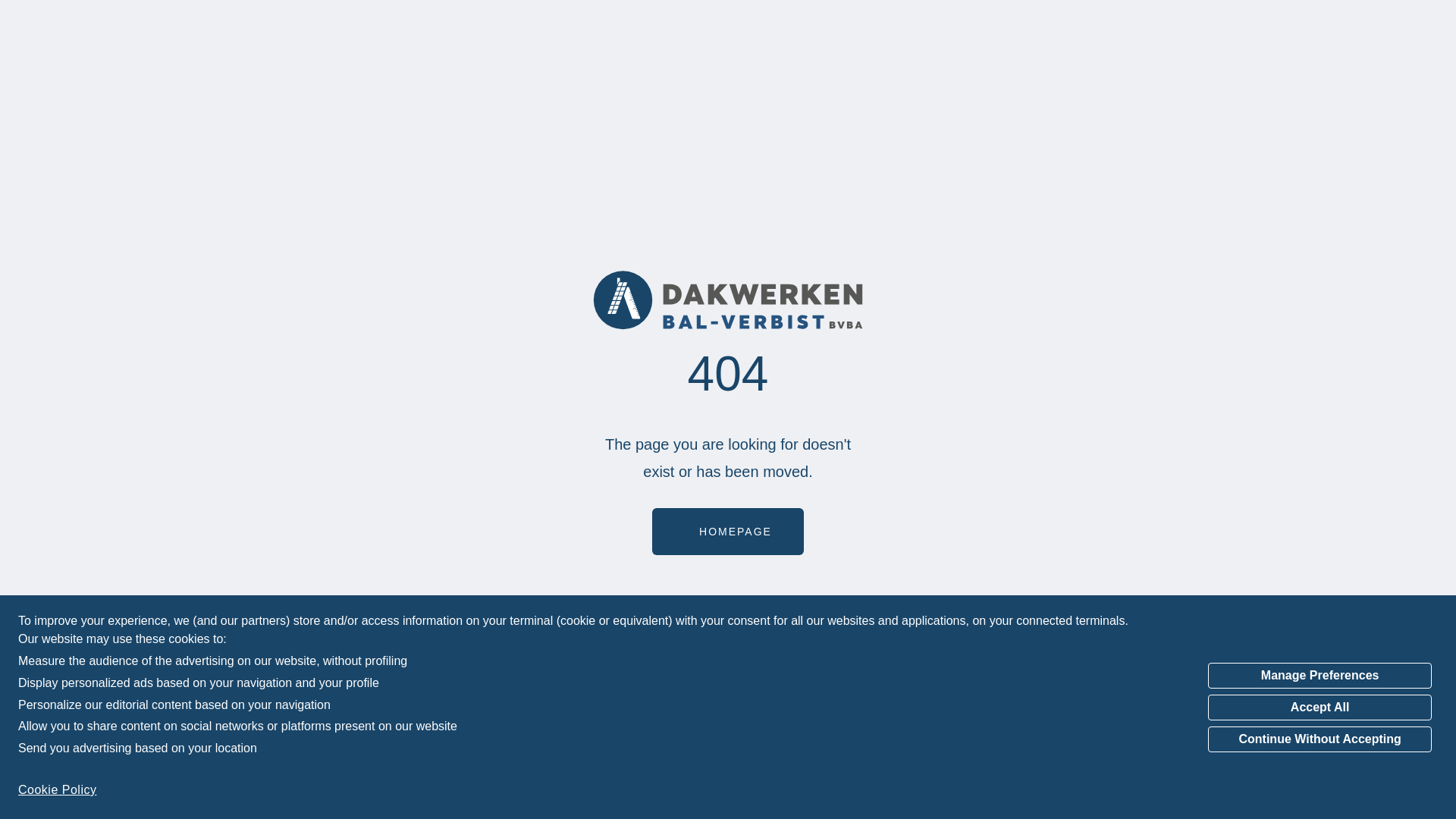 This screenshot has width=1456, height=819. Describe the element at coordinates (1319, 739) in the screenshot. I see `'Continue Without Accepting'` at that location.